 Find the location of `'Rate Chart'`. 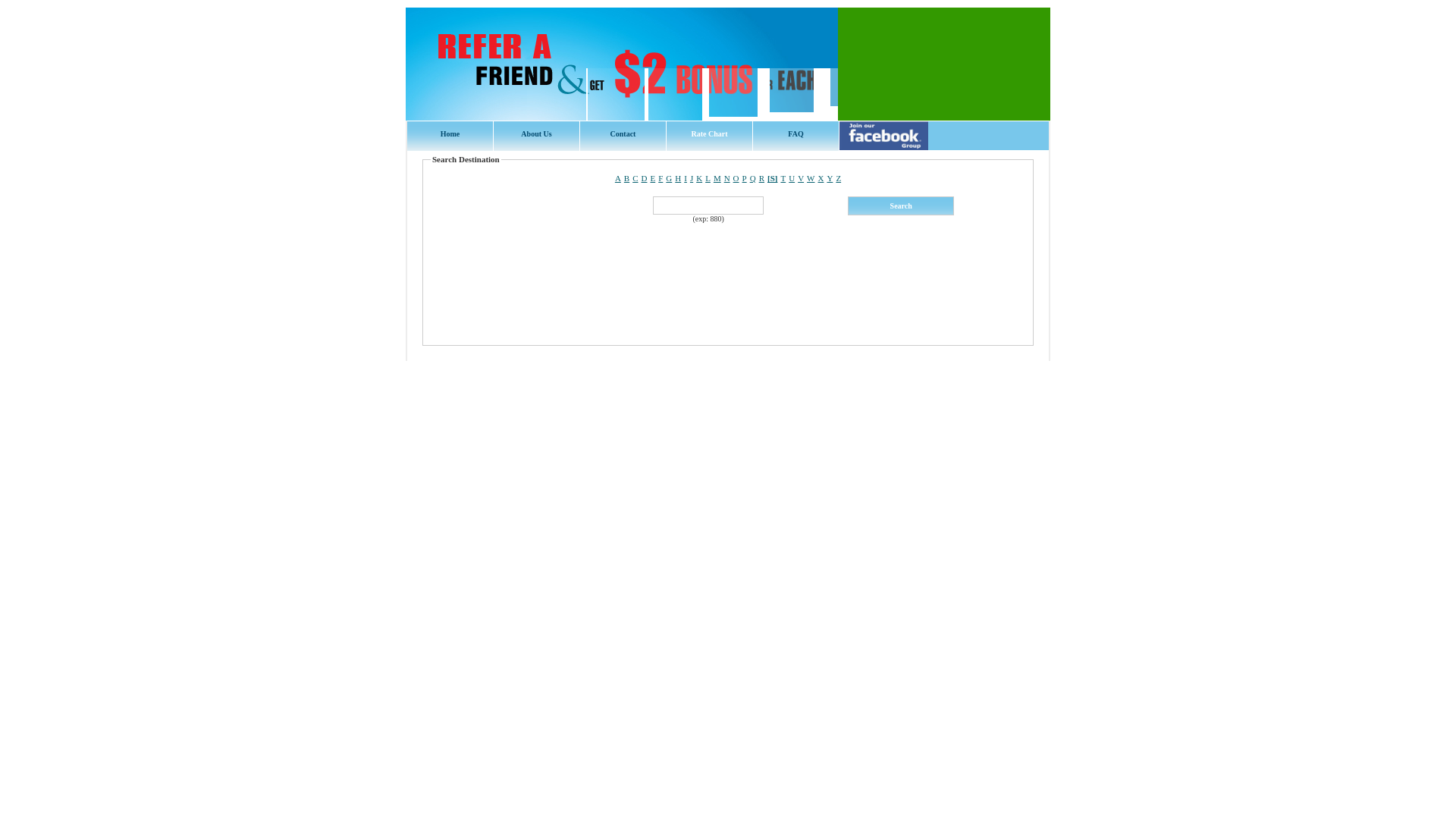

'Rate Chart' is located at coordinates (709, 134).